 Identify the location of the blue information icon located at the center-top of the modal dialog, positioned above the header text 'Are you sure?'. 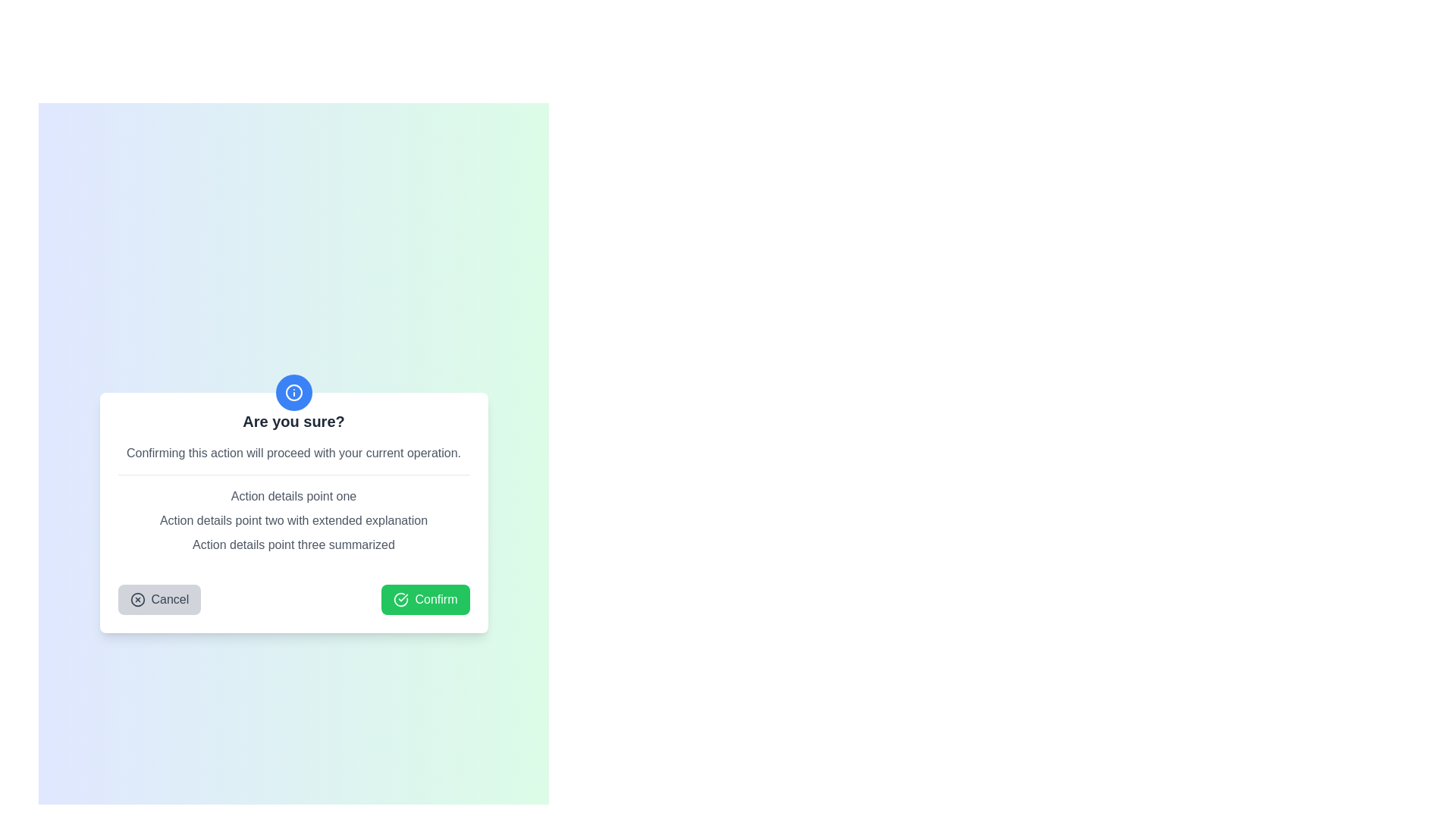
(293, 391).